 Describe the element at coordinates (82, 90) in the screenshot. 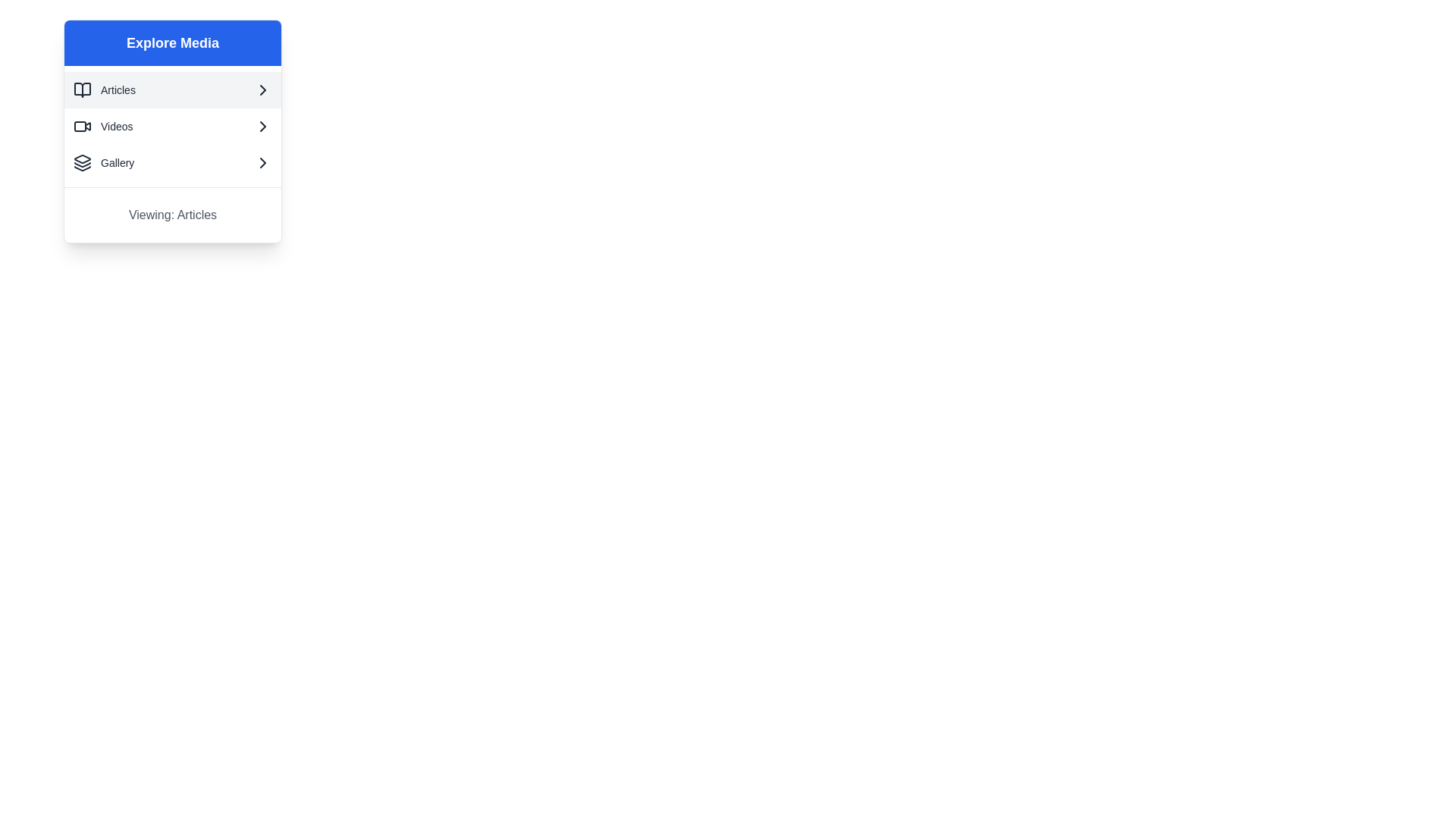

I see `the open book icon in the 'Explore Media' menu, which is located next to the text 'Articles'` at that location.